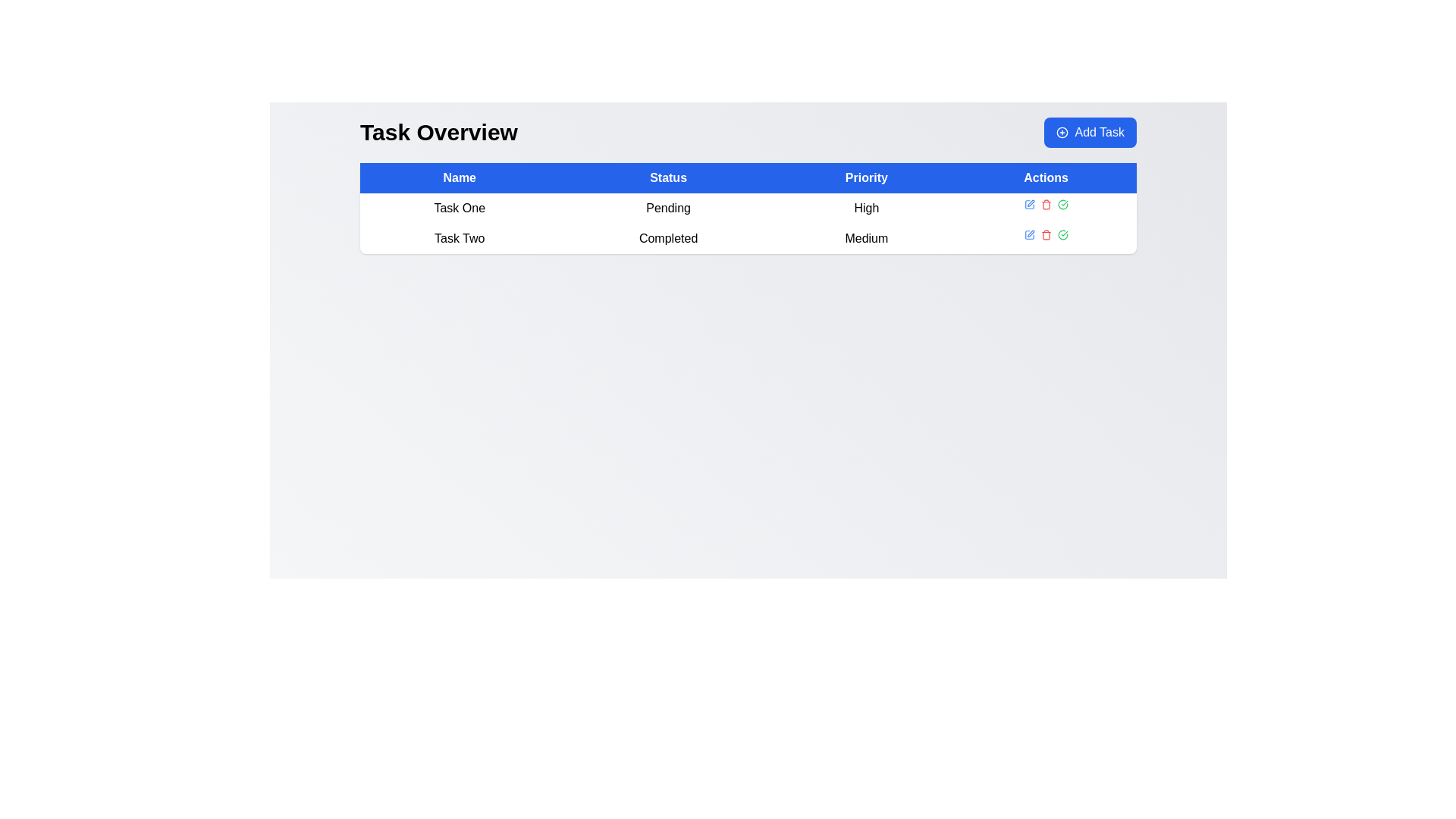 Image resolution: width=1456 pixels, height=819 pixels. I want to click on text label displaying 'Pending' located under the 'Status' column in the table row for 'Task One', so click(667, 208).